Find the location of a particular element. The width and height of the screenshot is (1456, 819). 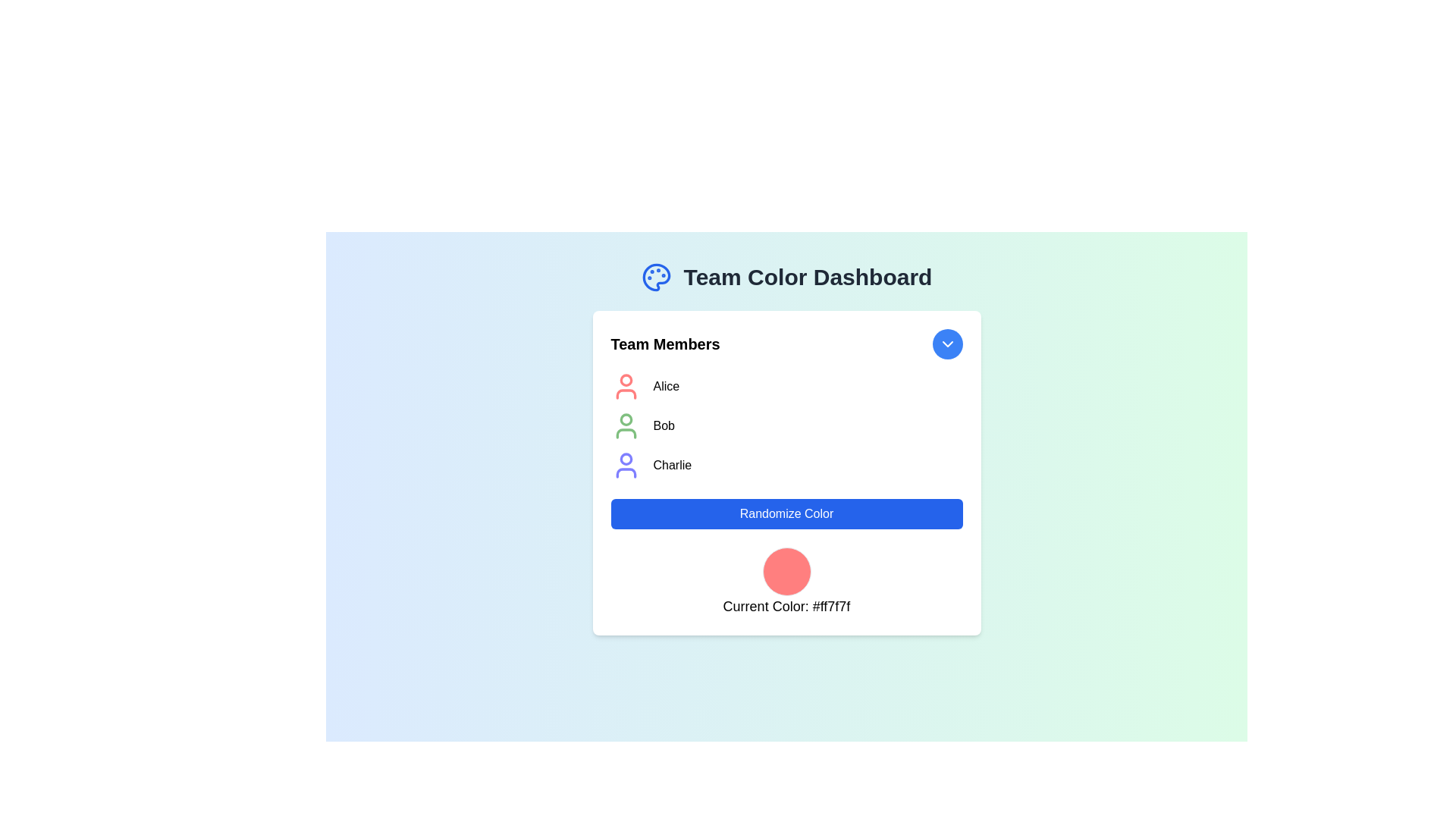

the chevron arrow icon located at the top-right corner of the 'Team Color Dashboard' card is located at coordinates (946, 344).